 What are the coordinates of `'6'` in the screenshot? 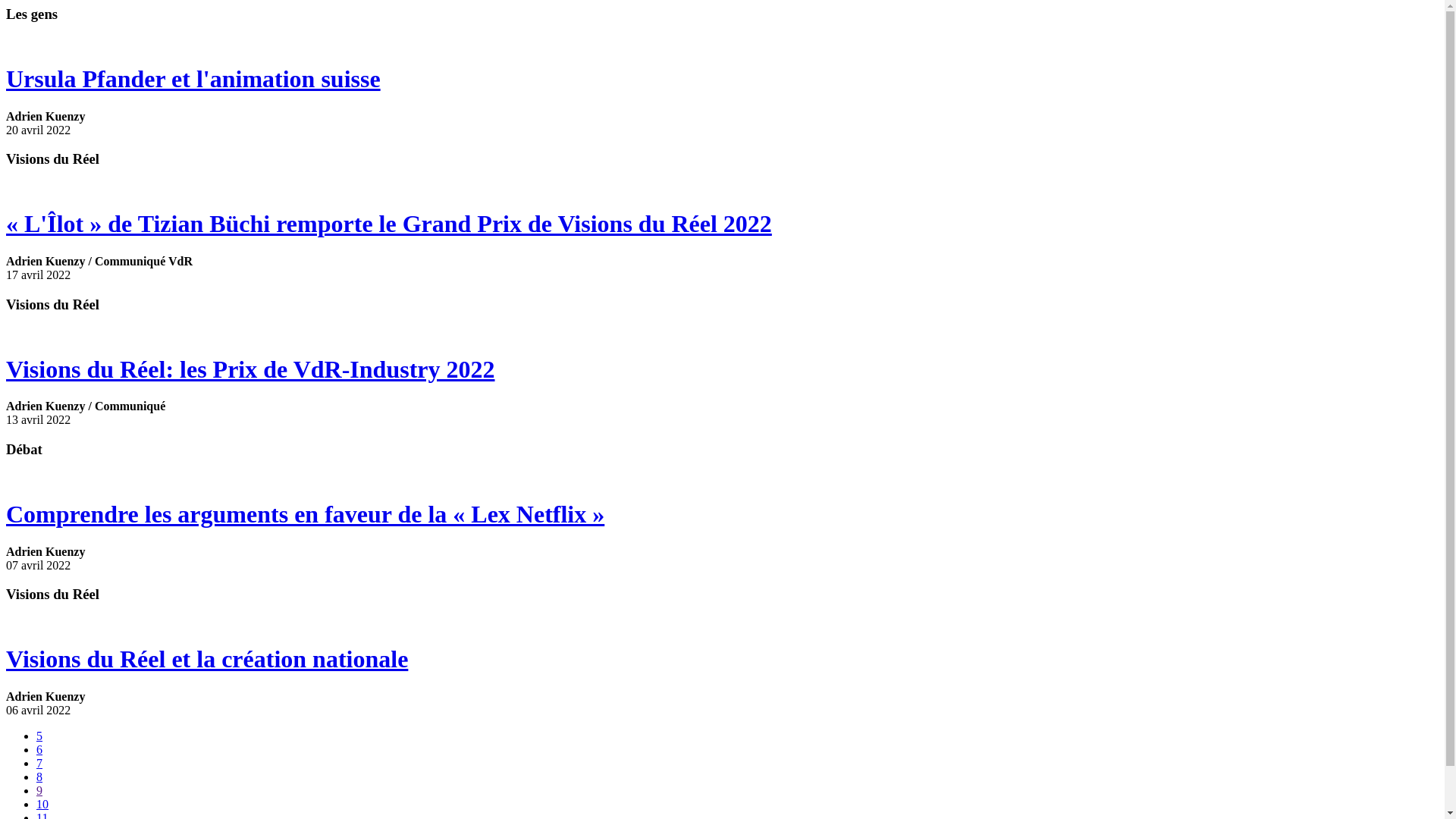 It's located at (36, 748).